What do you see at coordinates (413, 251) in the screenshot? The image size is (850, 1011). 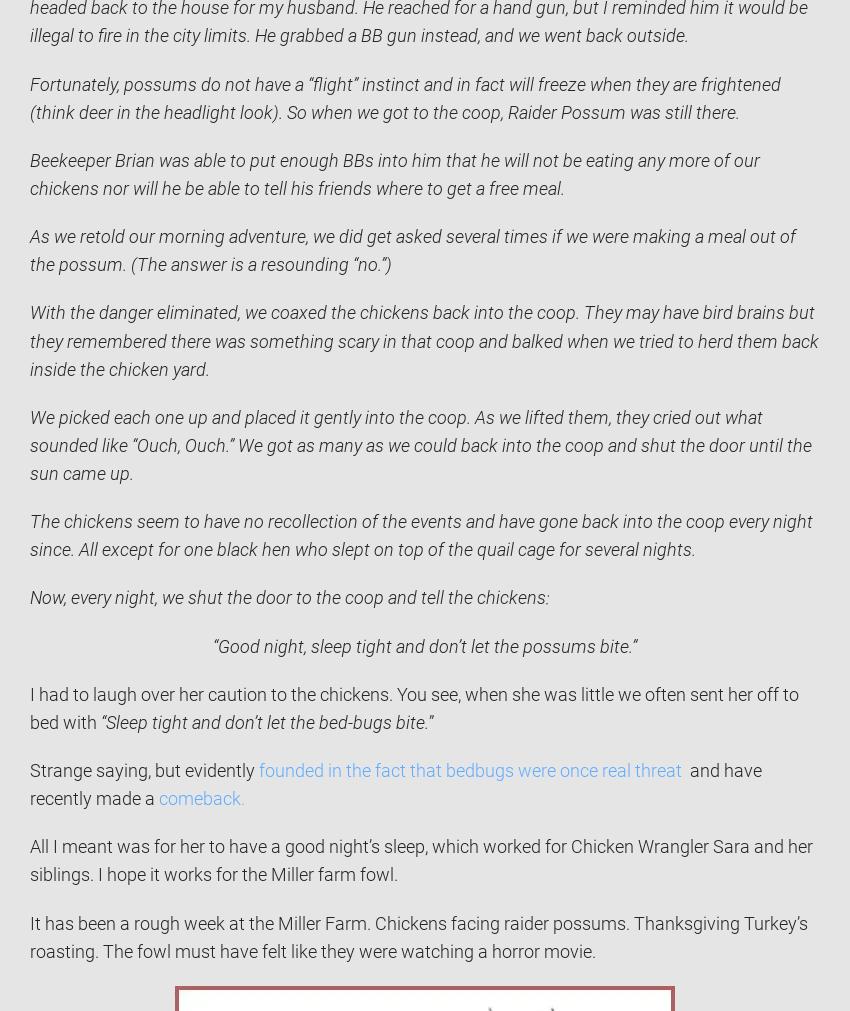 I see `'As we retold our morning adventure, we did get asked several times if we were making a meal out of the possum. (The answer is a resounding “no.”)'` at bounding box center [413, 251].